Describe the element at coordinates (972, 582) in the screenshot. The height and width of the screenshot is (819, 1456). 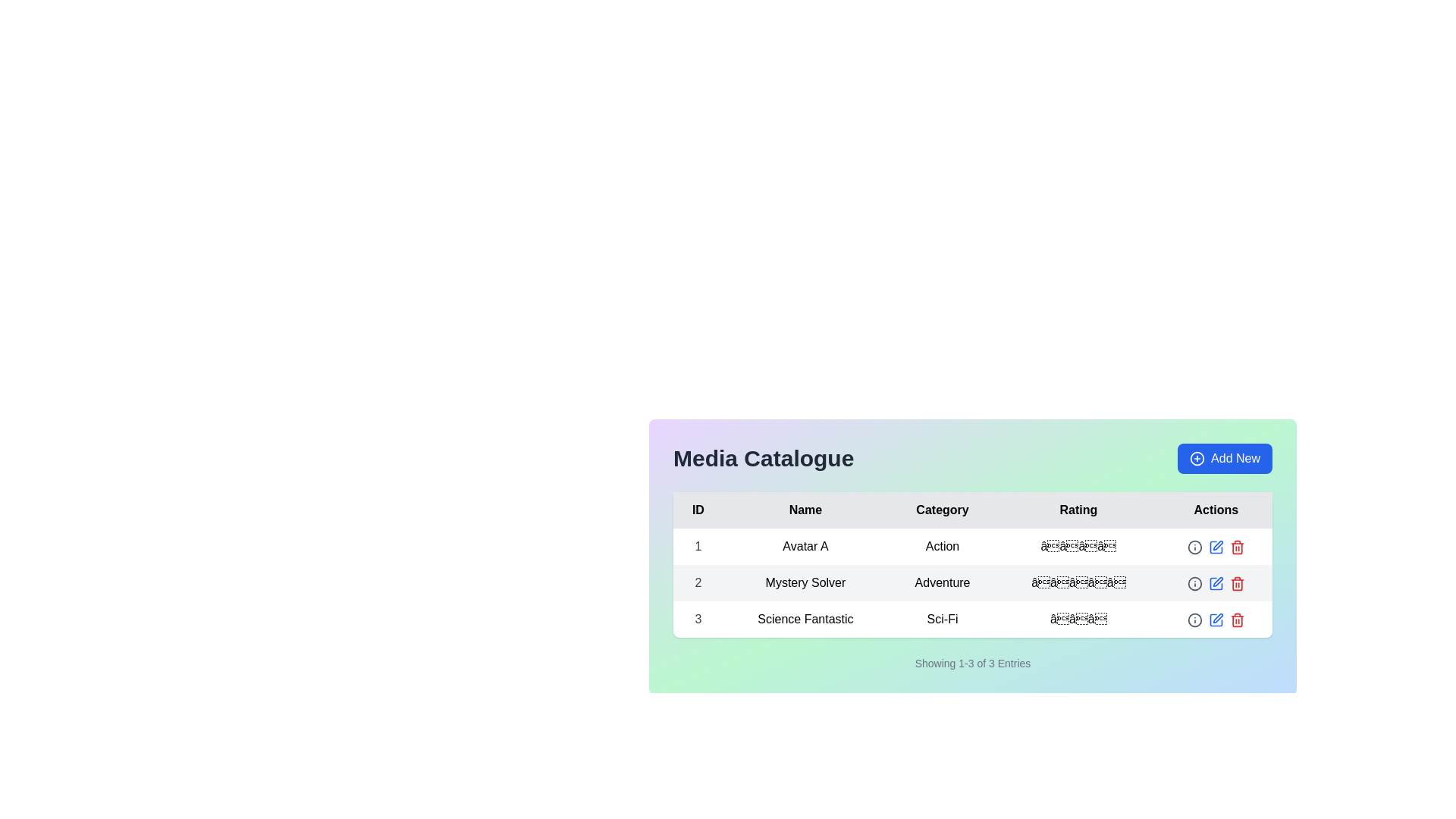
I see `the second row of the 'Media Catalogue' table, which has a light gray background and contains the title 'Mystery Solver'` at that location.